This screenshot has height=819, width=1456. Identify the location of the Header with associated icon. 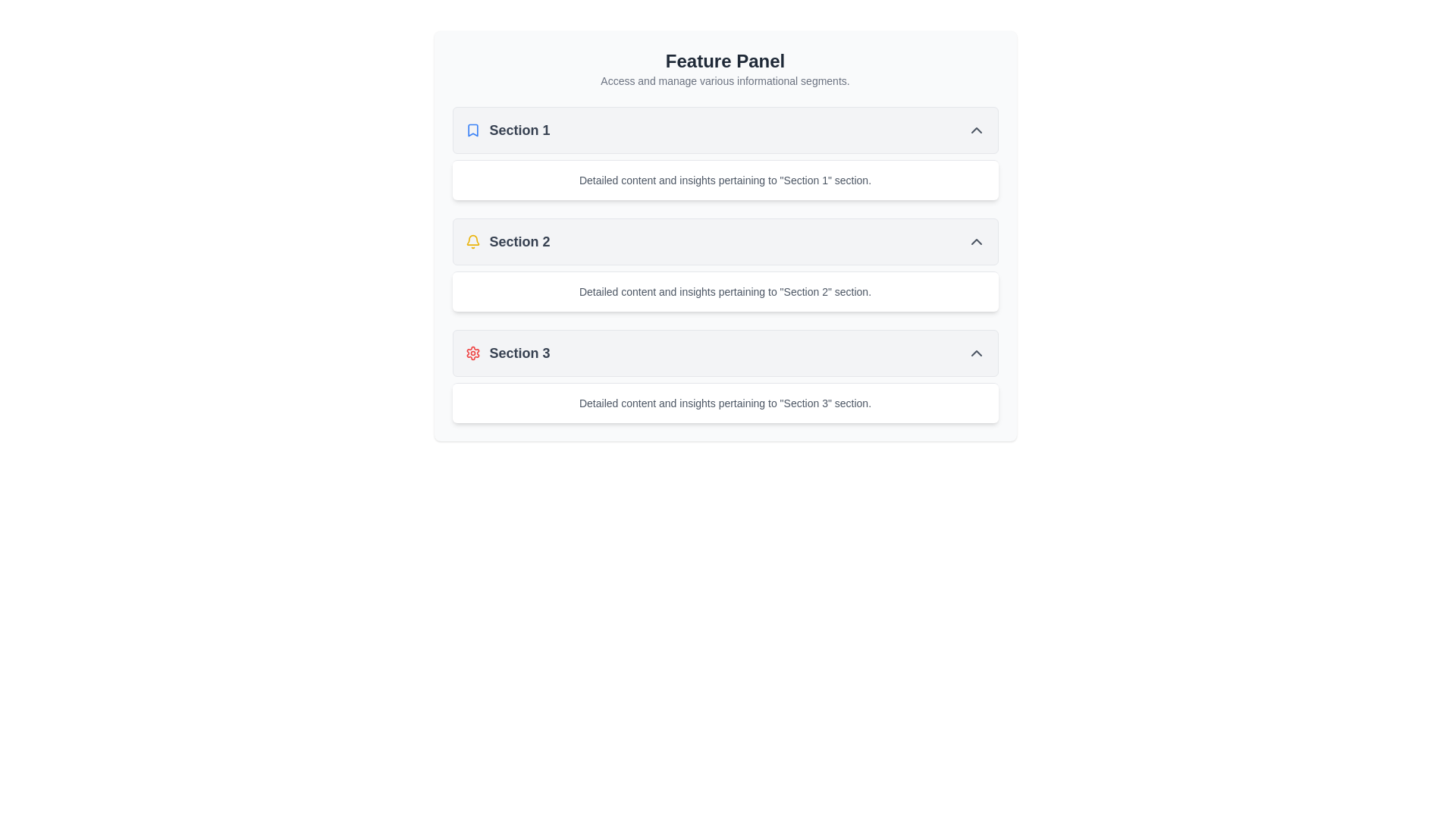
(507, 353).